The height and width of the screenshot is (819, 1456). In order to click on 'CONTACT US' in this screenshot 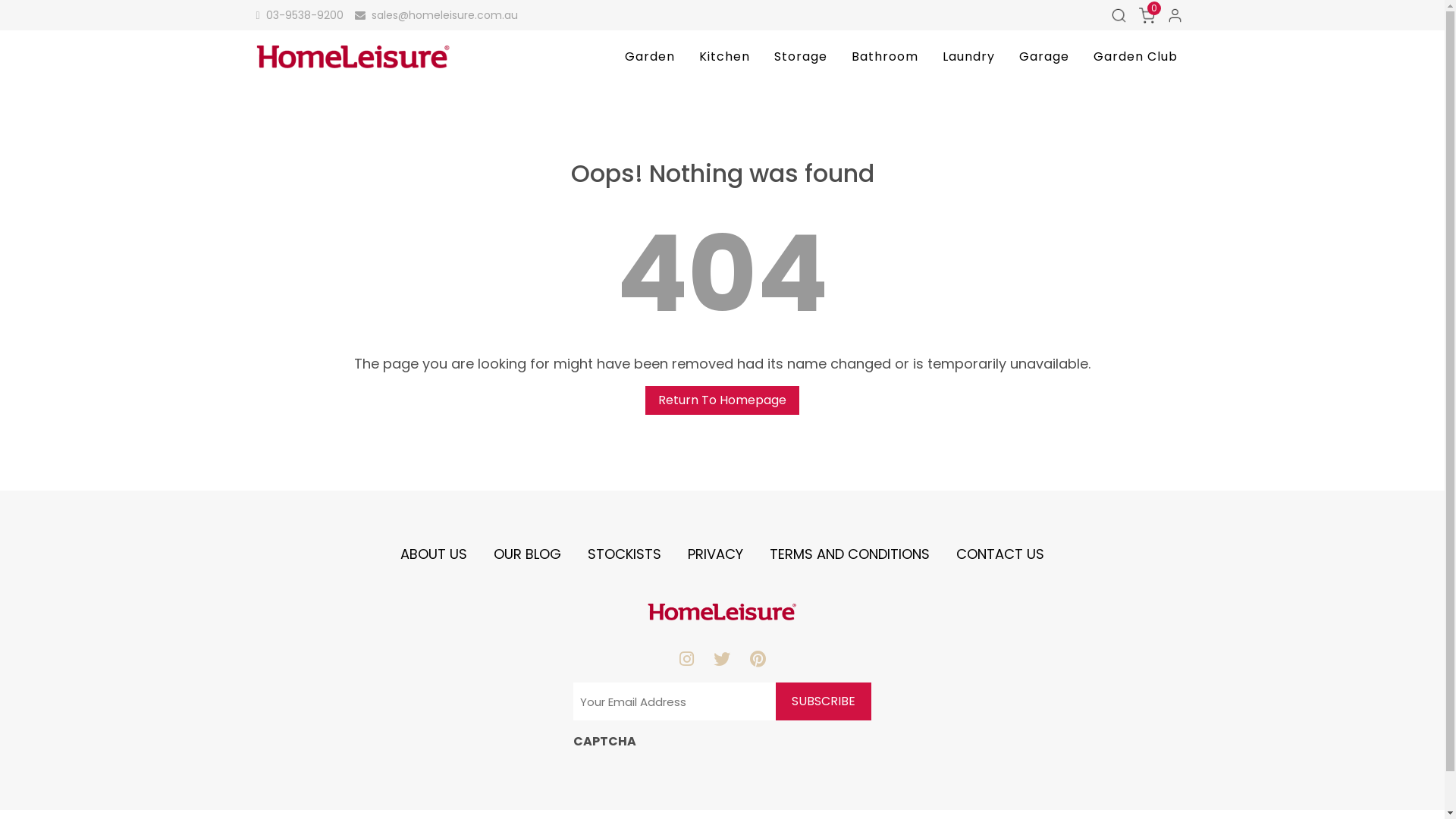, I will do `click(1000, 554)`.